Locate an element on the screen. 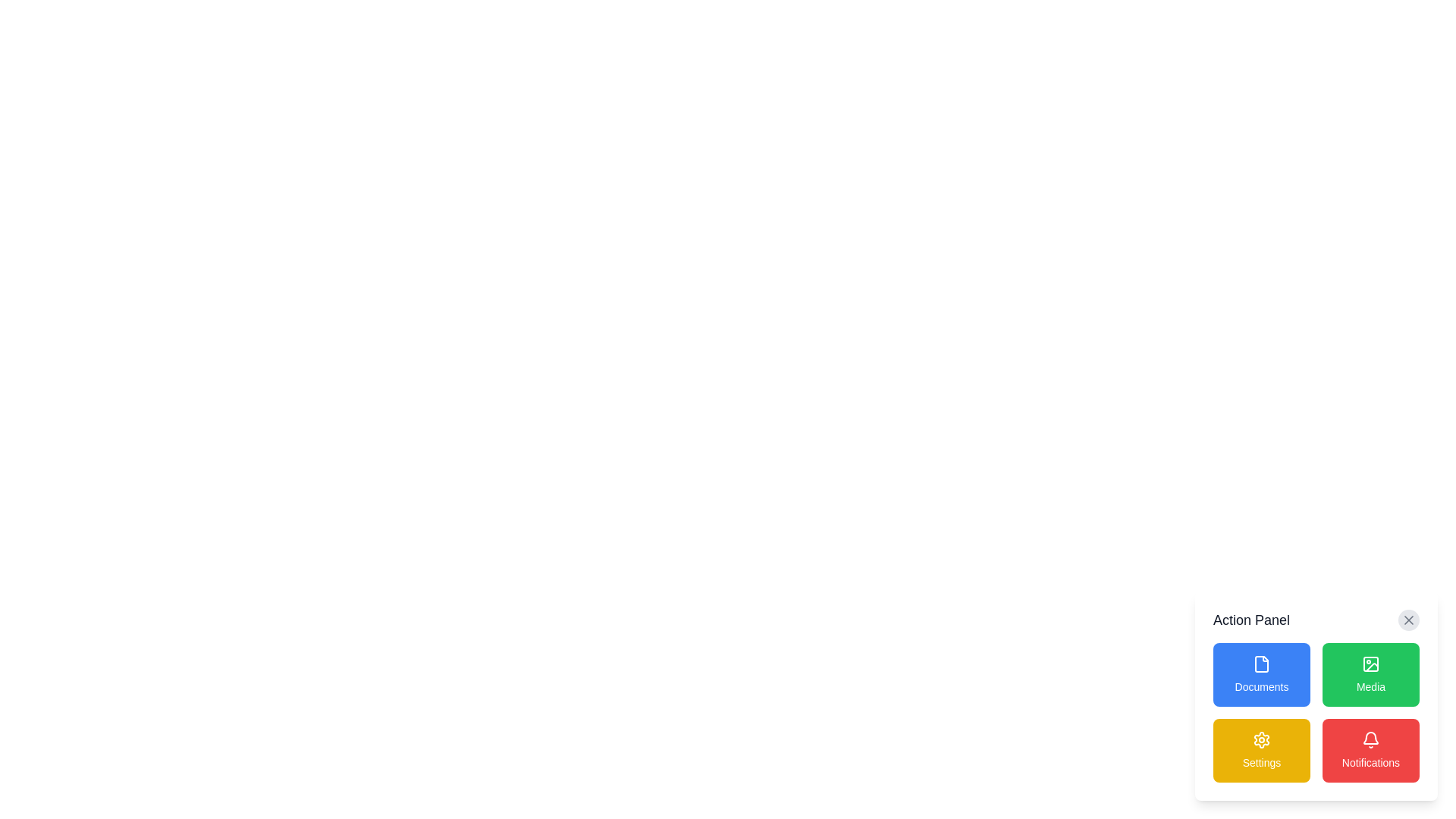  the green 'Media' button with rounded corners that contains an image outline icon and a white text label below it is located at coordinates (1371, 674).